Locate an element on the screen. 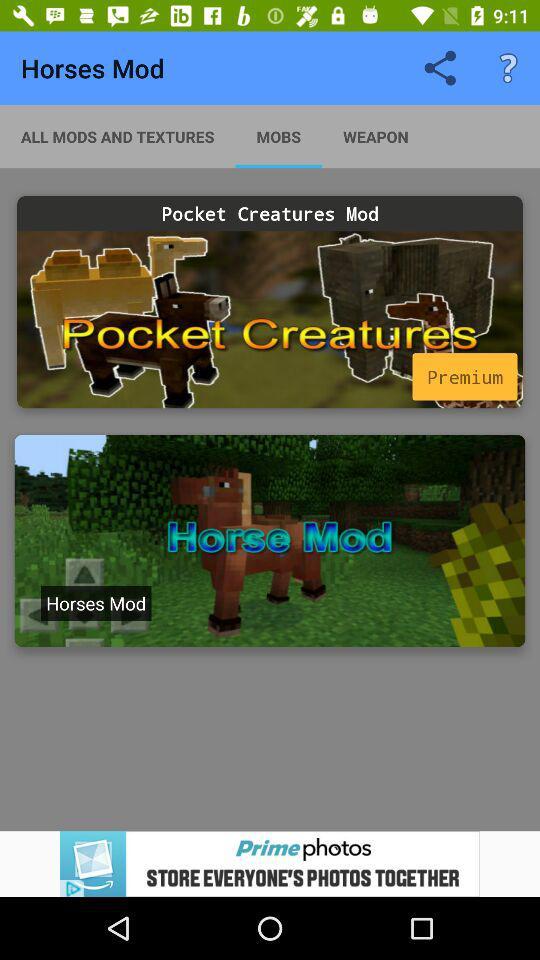 This screenshot has height=960, width=540. open horses mod is located at coordinates (270, 541).